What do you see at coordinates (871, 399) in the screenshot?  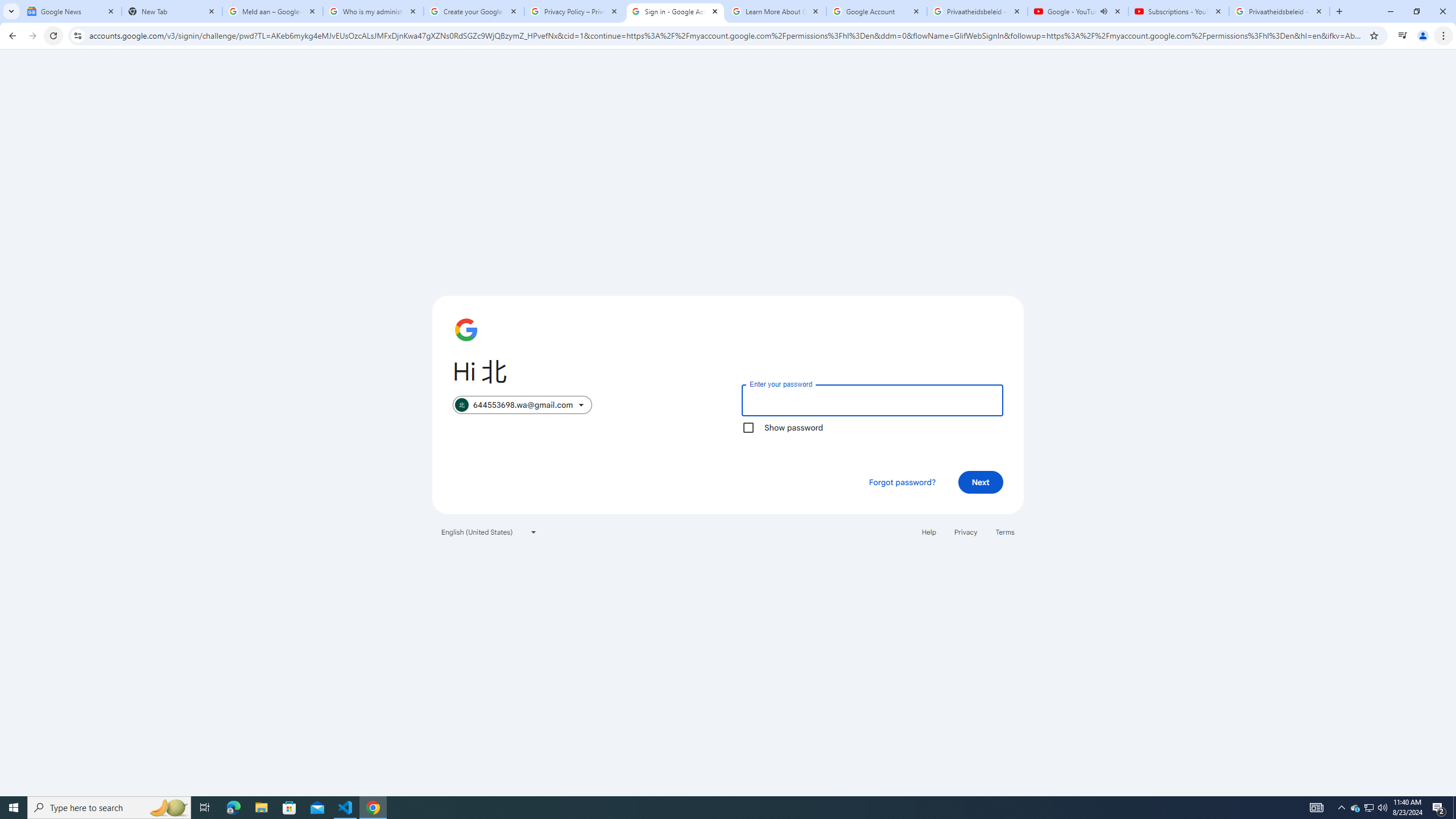 I see `'Enter your password'` at bounding box center [871, 399].